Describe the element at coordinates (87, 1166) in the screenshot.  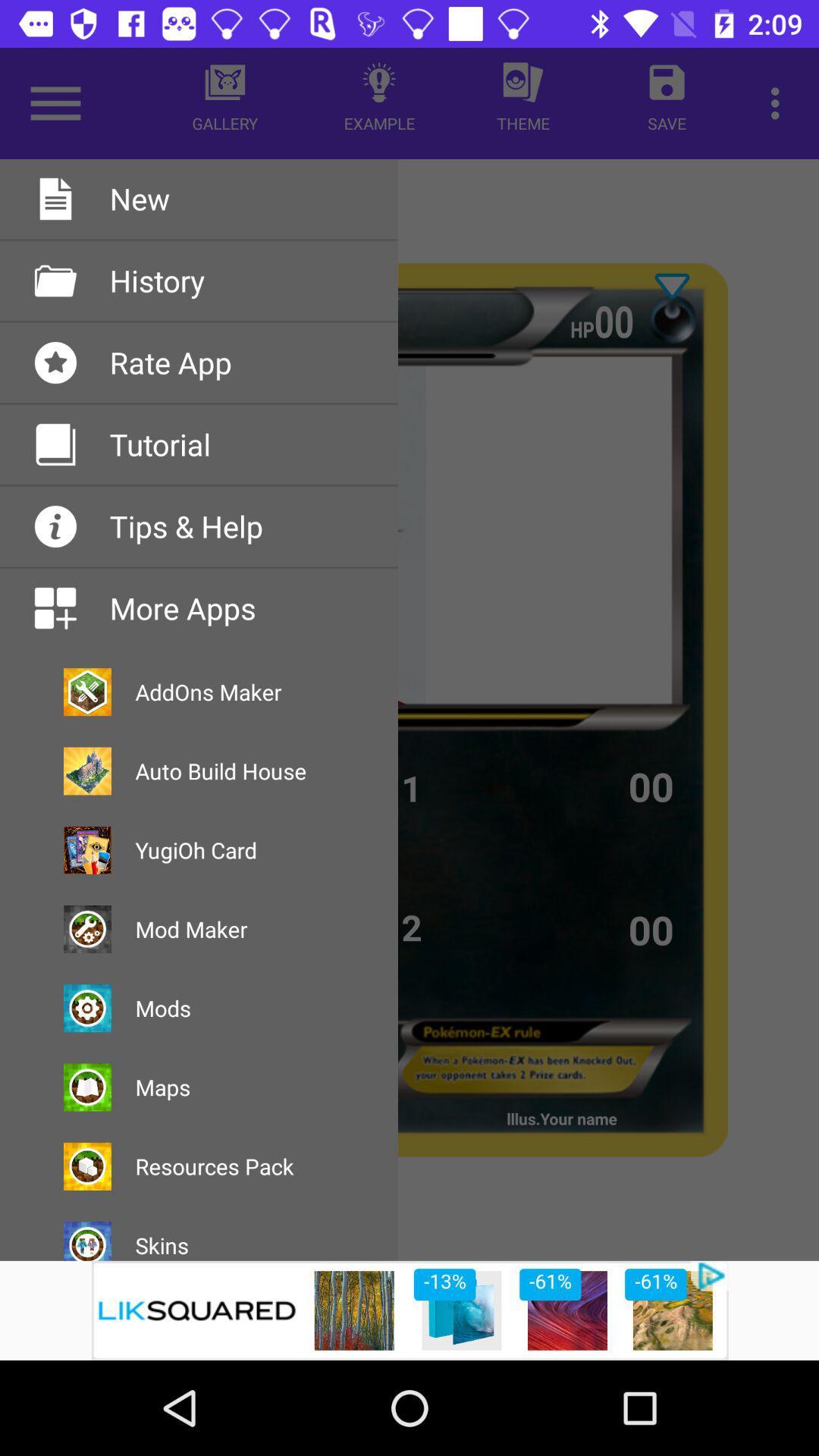
I see `the icon which is before resource pack` at that location.